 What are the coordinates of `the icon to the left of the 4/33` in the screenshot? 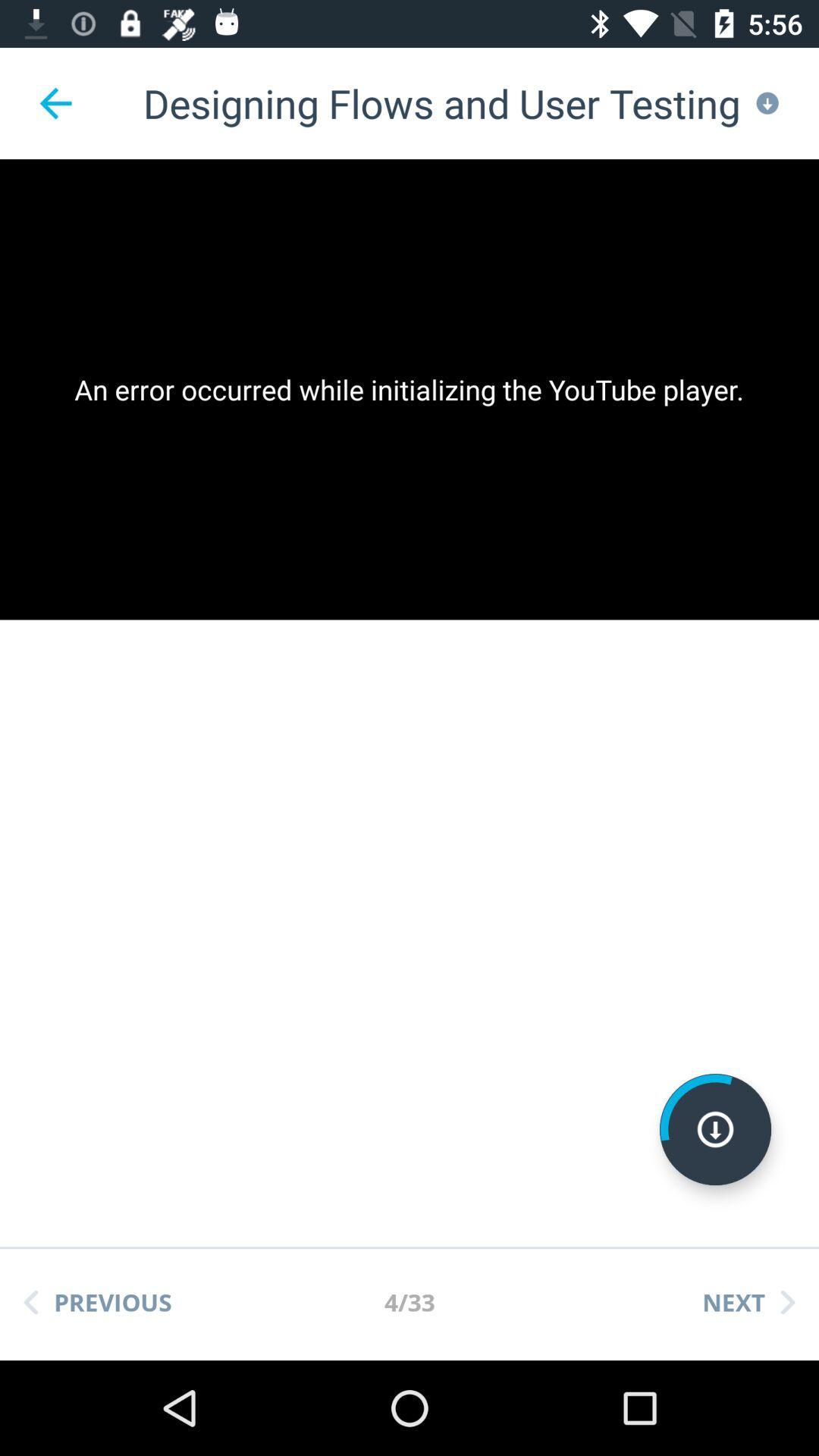 It's located at (97, 1301).